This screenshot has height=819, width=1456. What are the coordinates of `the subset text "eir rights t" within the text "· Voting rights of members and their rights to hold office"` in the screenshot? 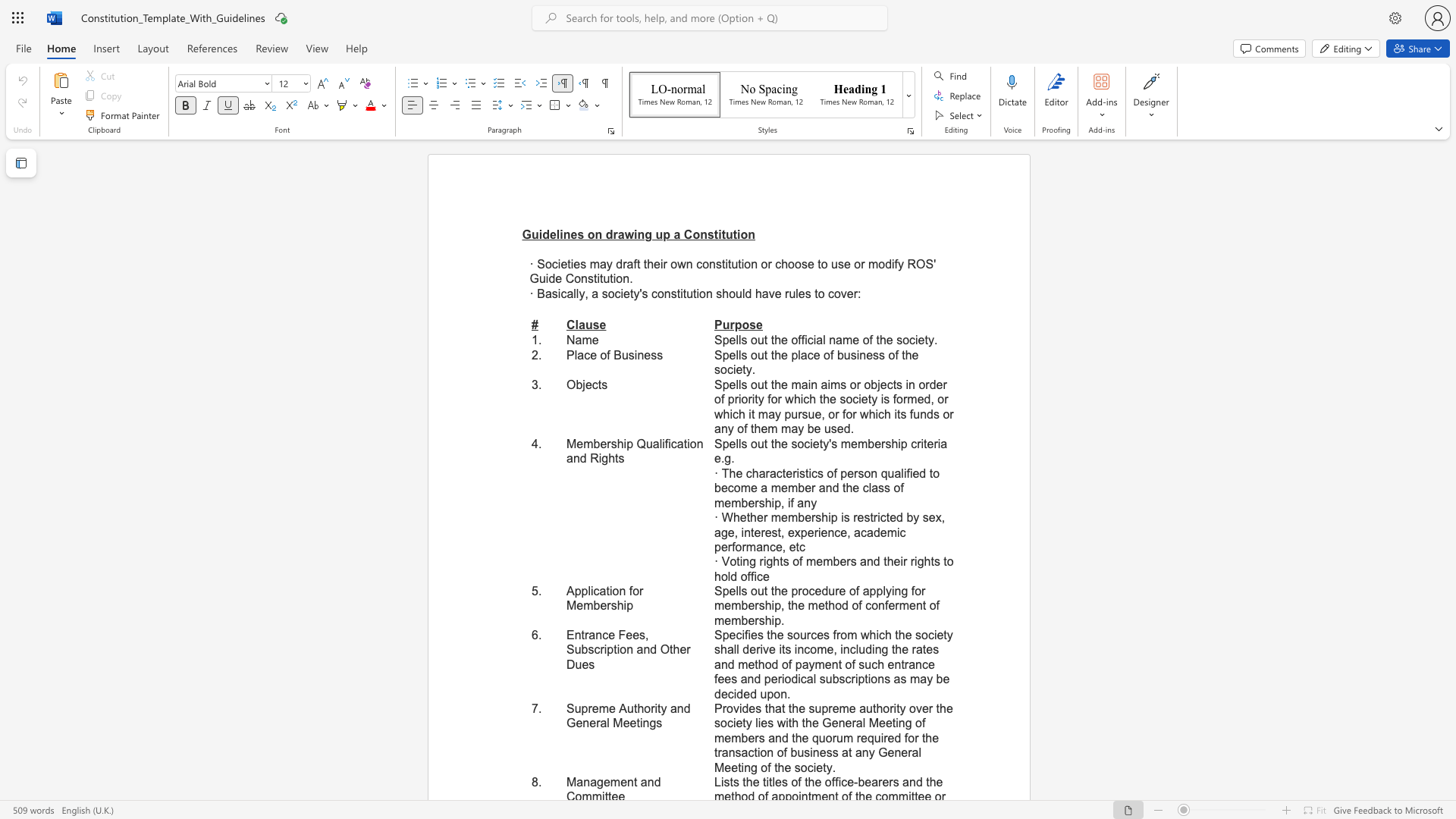 It's located at (893, 561).